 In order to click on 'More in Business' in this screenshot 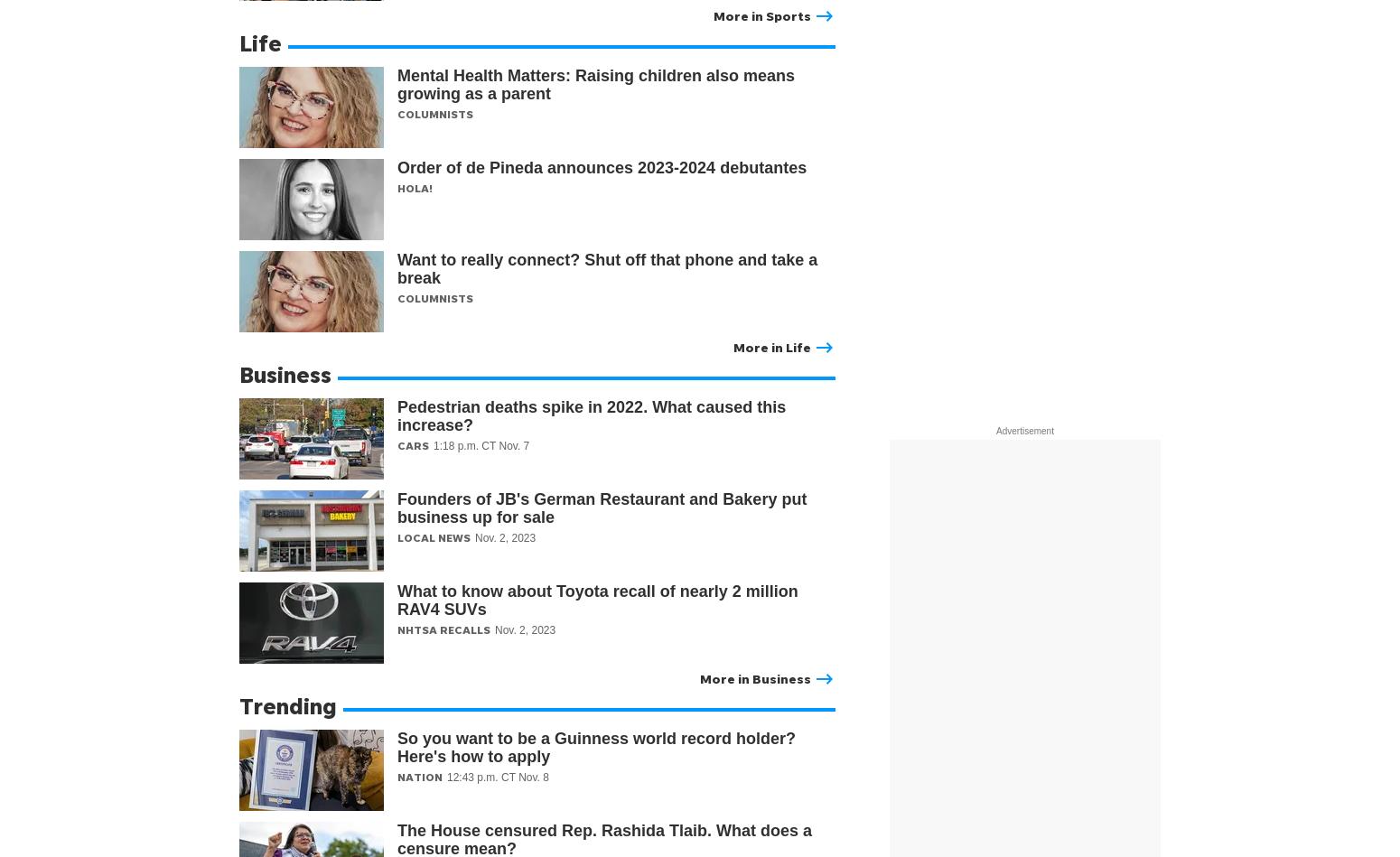, I will do `click(754, 678)`.